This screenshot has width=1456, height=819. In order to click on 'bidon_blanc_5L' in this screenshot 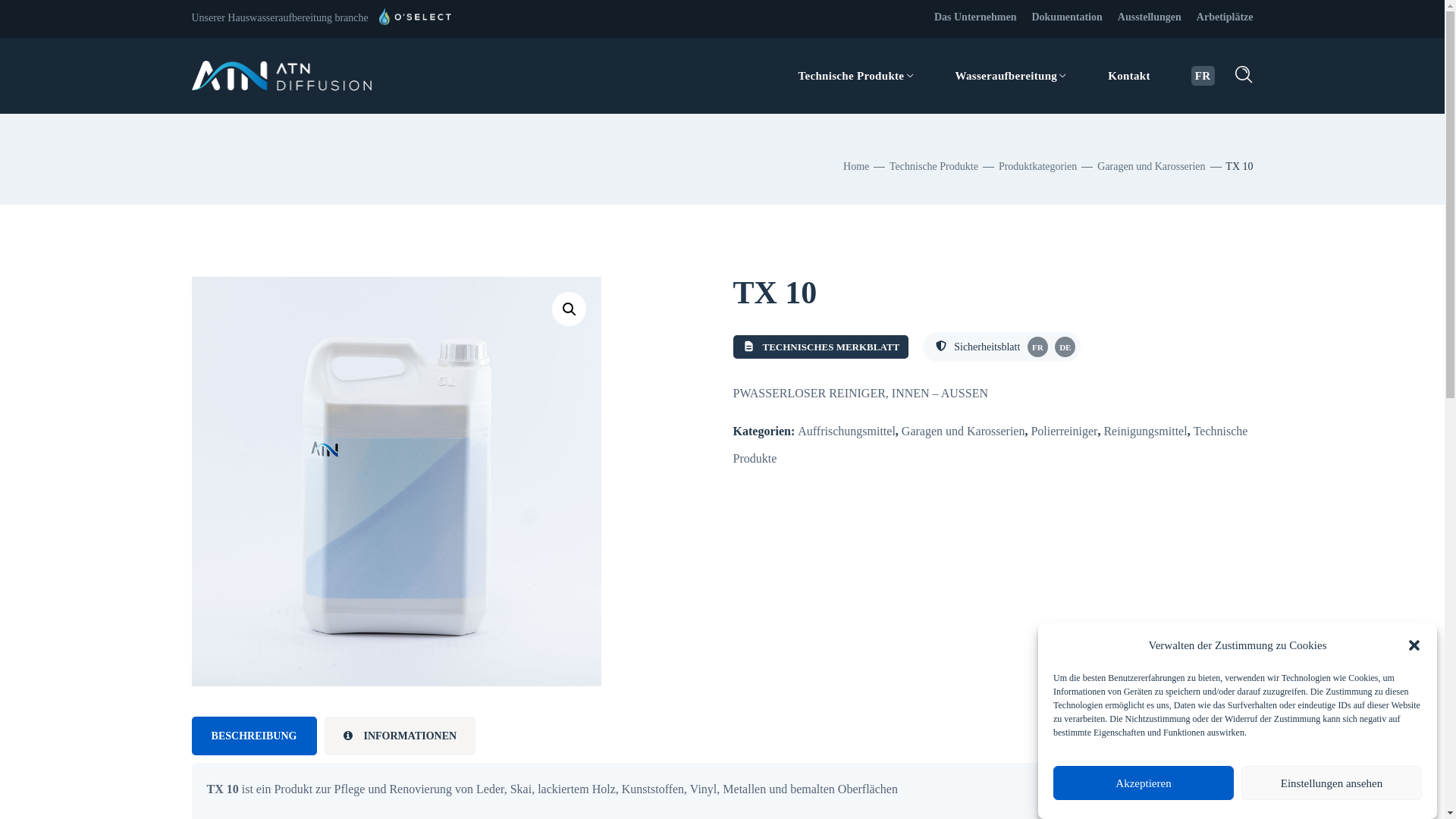, I will do `click(396, 482)`.